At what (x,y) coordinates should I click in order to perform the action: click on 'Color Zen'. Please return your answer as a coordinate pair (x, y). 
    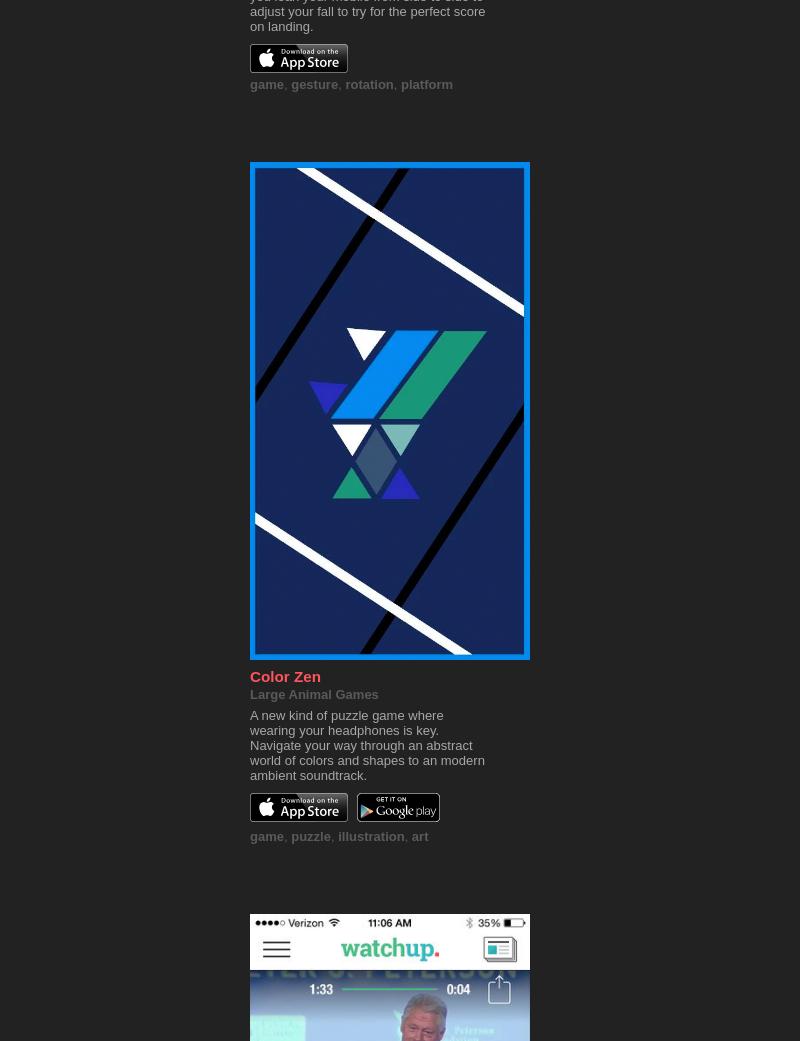
    Looking at the image, I should click on (285, 675).